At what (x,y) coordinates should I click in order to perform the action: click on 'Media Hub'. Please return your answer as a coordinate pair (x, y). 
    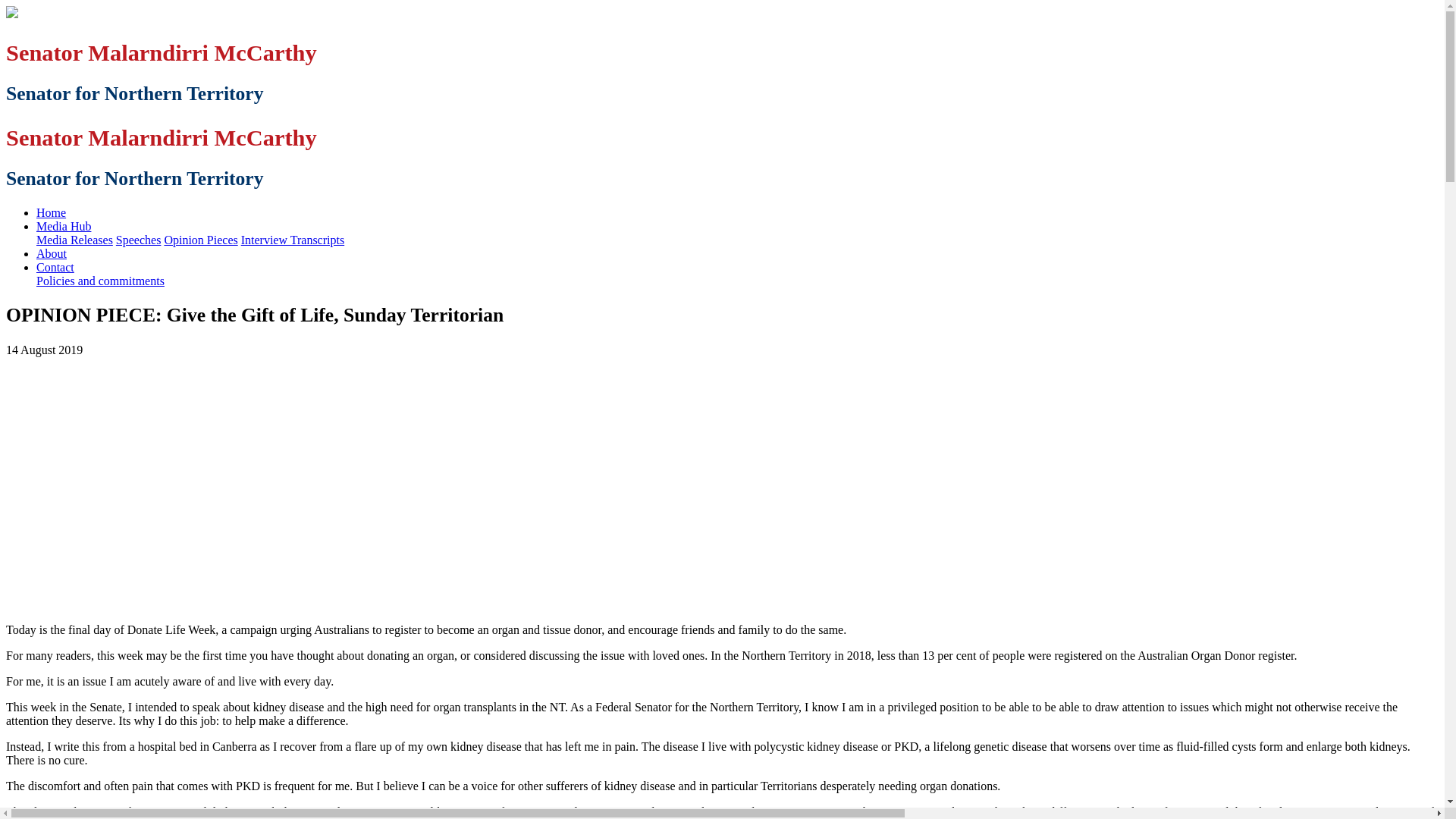
    Looking at the image, I should click on (62, 226).